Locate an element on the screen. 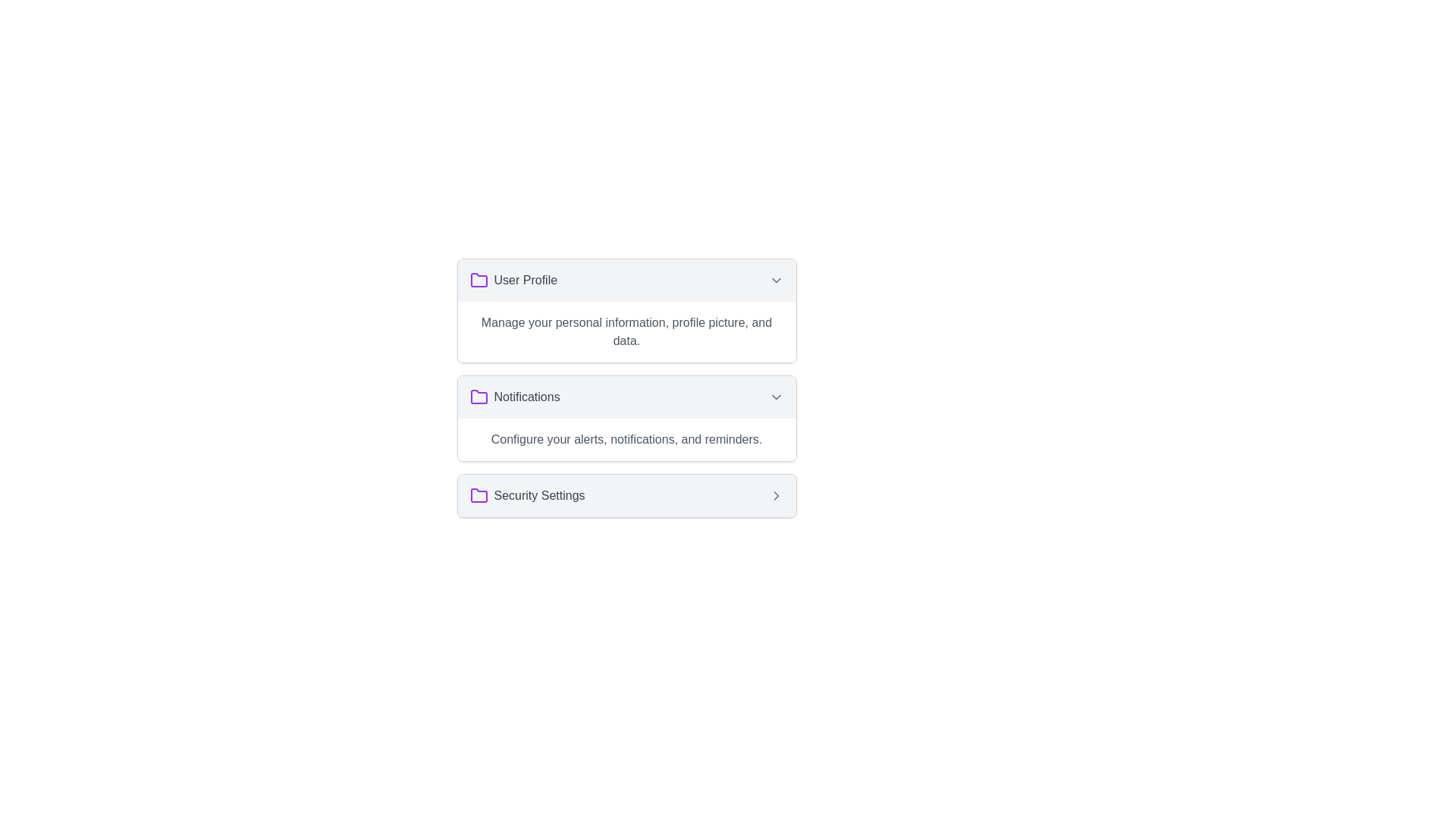 This screenshot has width=1456, height=819. the Downward Chevron icon in the User Profile section is located at coordinates (776, 281).